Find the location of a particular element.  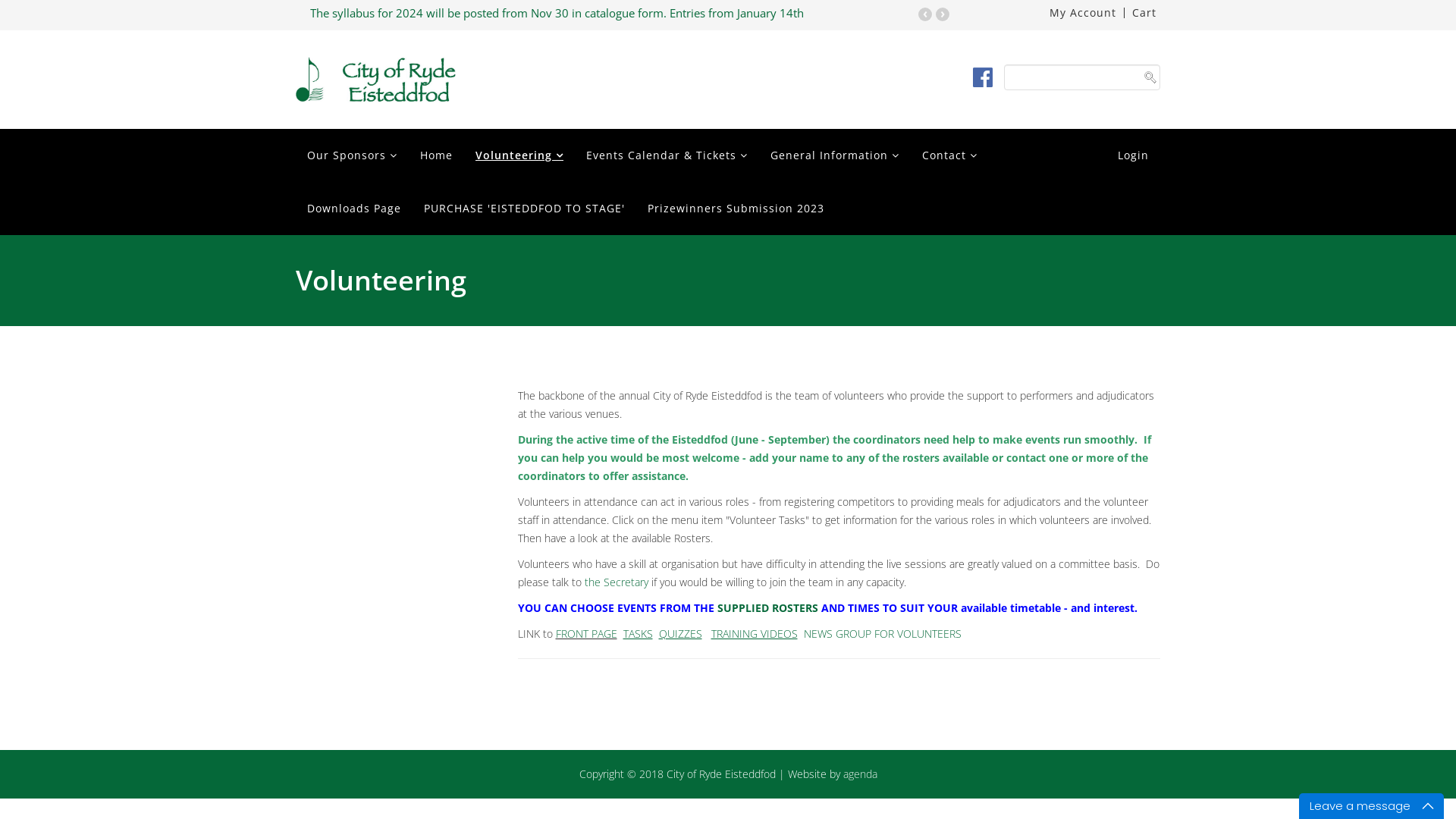

'SUPPLIED ROSTERS' is located at coordinates (716, 607).